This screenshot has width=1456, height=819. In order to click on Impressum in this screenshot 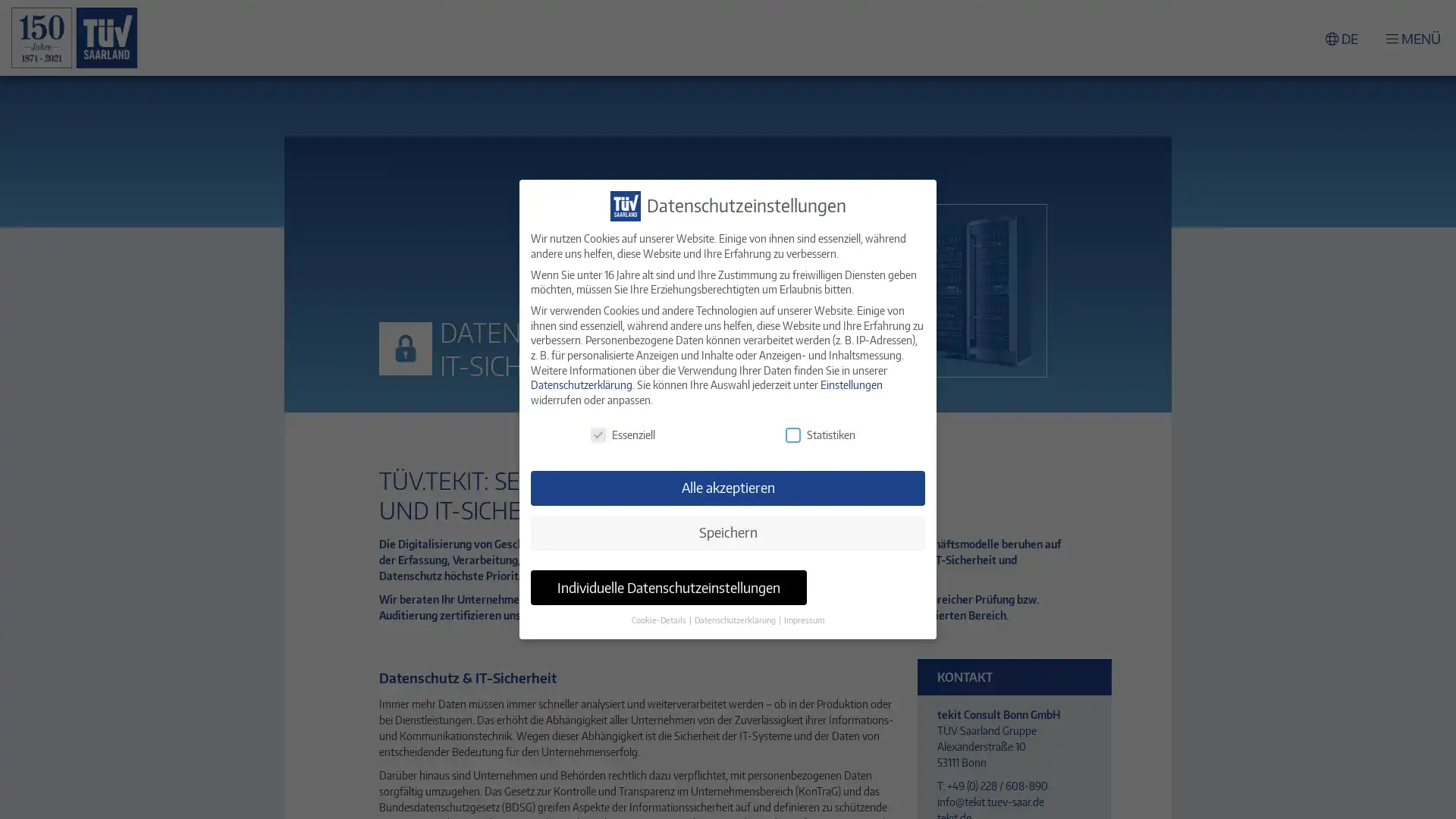, I will do `click(803, 620)`.